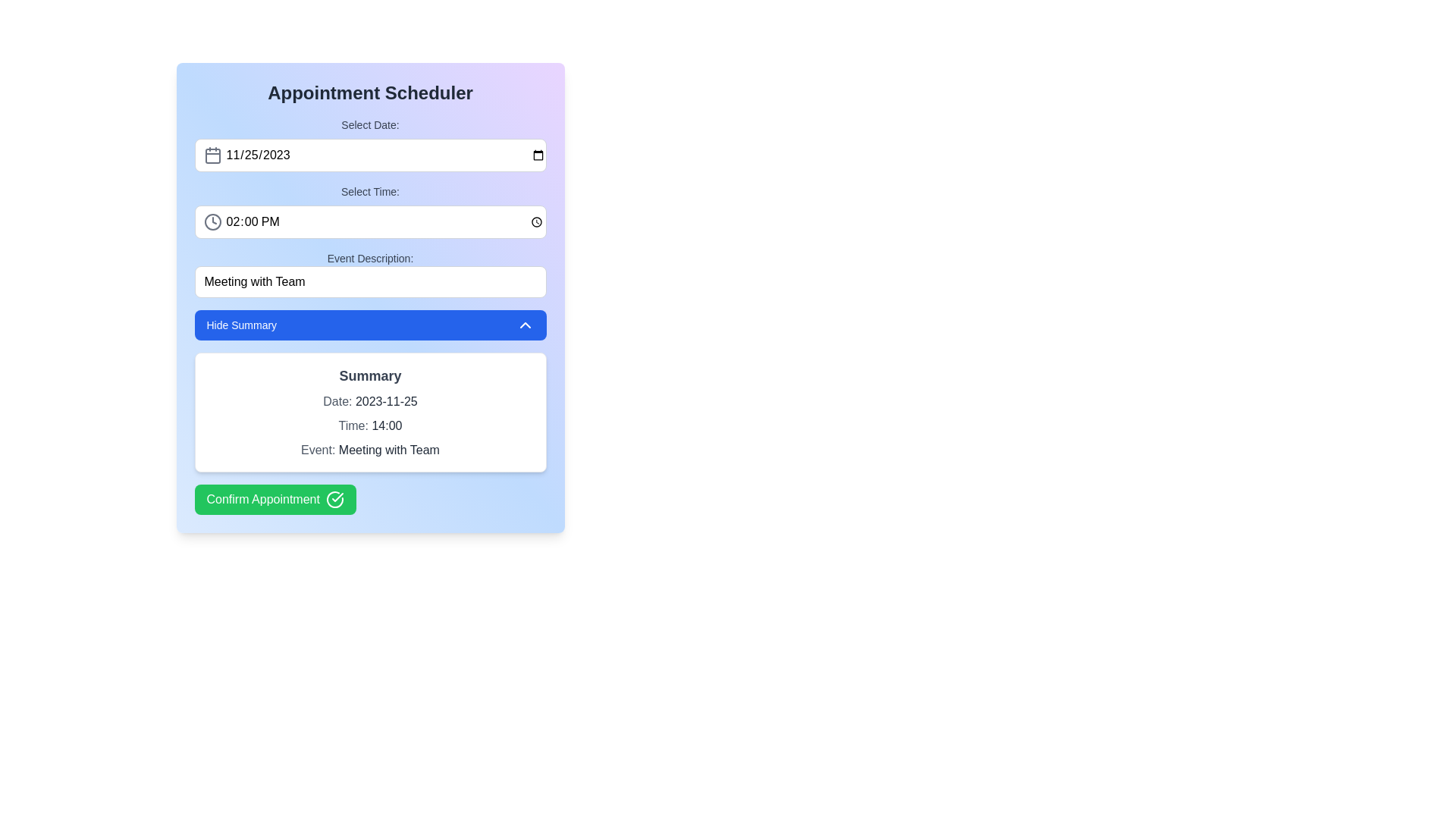  Describe the element at coordinates (370, 375) in the screenshot. I see `the Text label that serves as a header for the summary section, located directly above the 'Date: 2023-11-25' text segment` at that location.